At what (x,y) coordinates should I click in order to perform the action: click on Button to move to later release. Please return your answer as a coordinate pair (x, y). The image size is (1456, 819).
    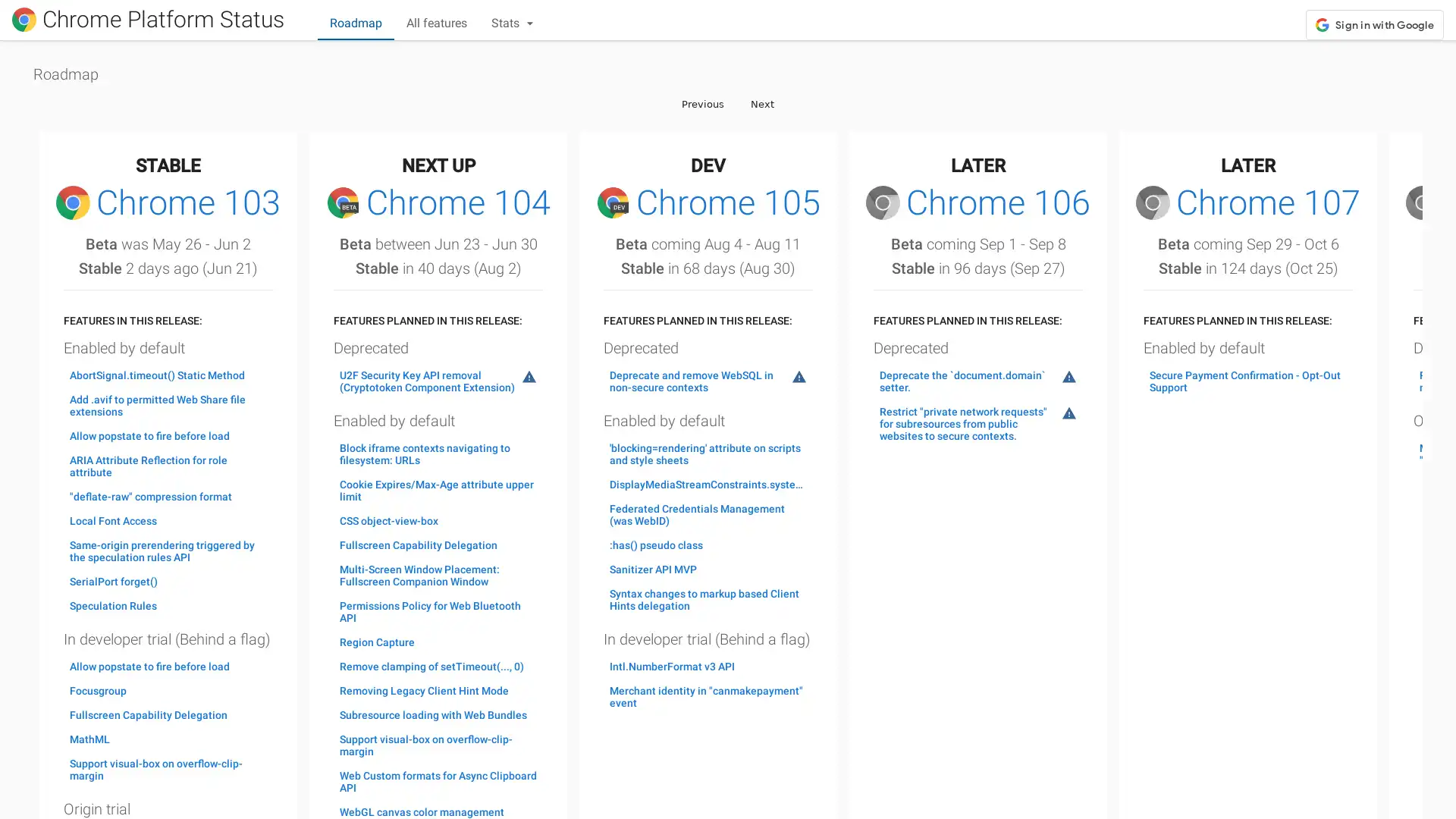
    Looking at the image, I should click on (762, 102).